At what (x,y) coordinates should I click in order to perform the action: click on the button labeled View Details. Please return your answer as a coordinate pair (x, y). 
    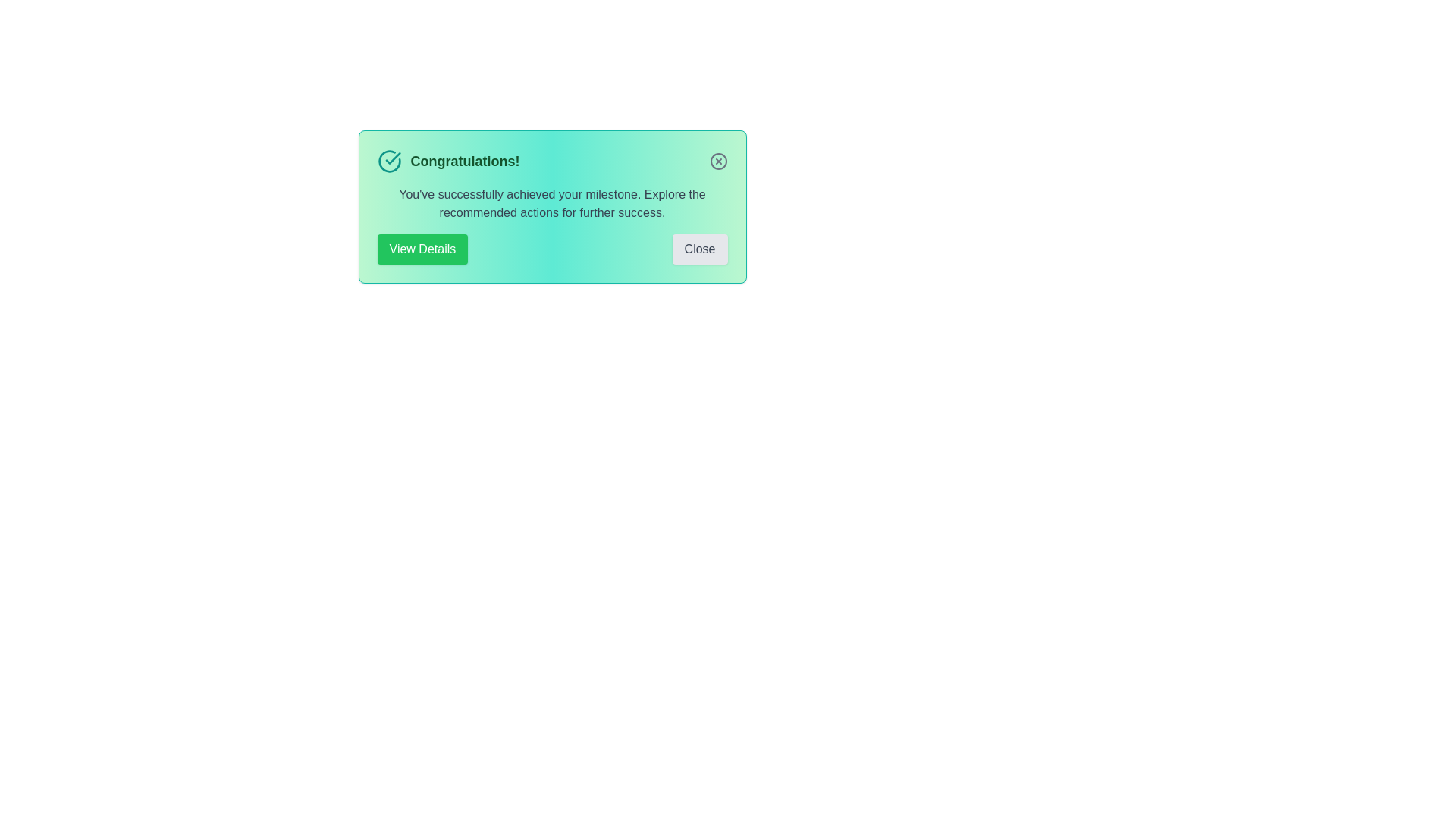
    Looking at the image, I should click on (422, 248).